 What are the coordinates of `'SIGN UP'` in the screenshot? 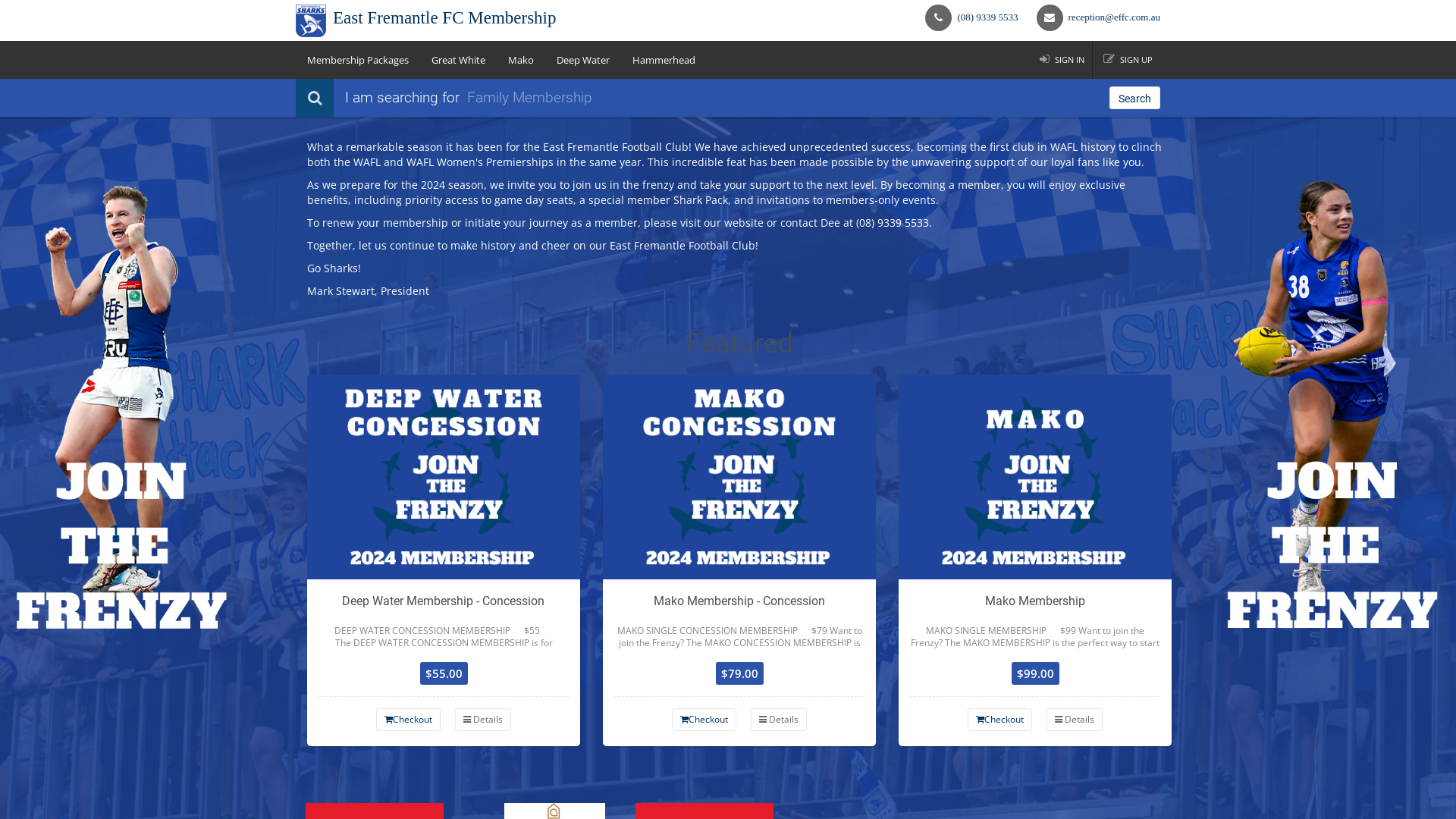 It's located at (1128, 58).